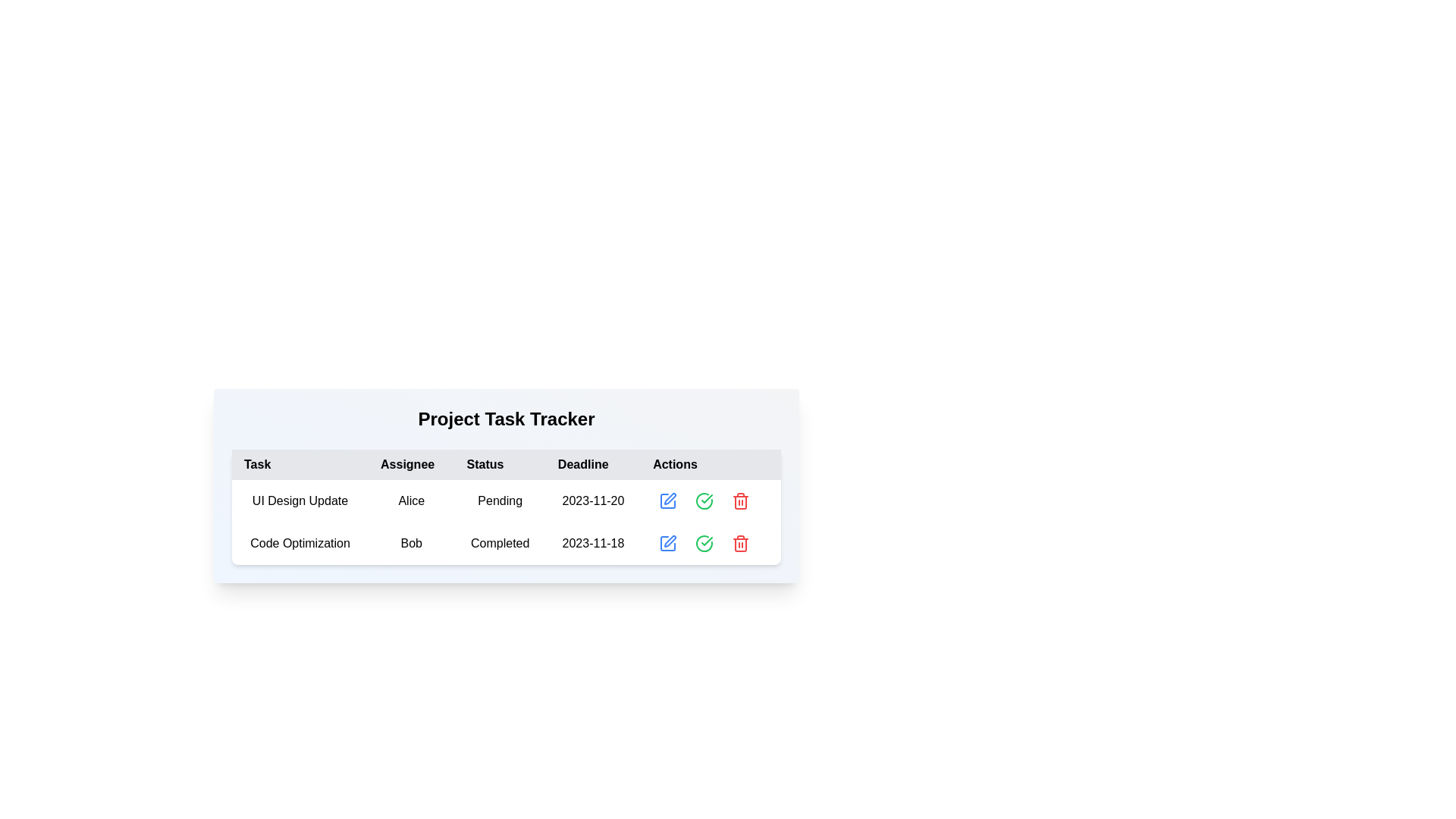 The width and height of the screenshot is (1456, 819). What do you see at coordinates (411, 543) in the screenshot?
I see `the text label displaying 'Bob' under the 'Assignee' column in the 'Code Optimization' task row` at bounding box center [411, 543].